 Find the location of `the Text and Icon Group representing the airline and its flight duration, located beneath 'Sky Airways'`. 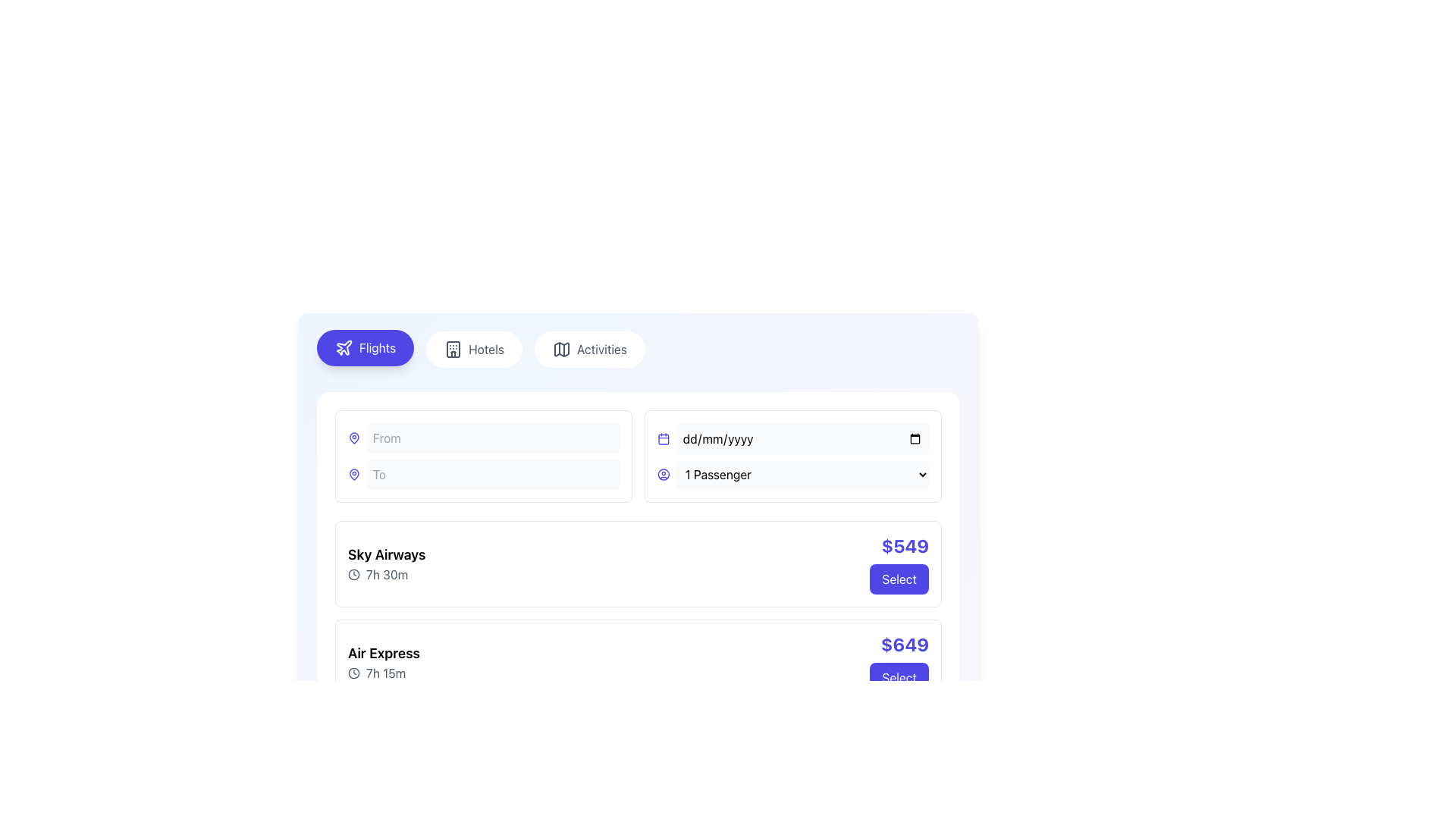

the Text and Icon Group representing the airline and its flight duration, located beneath 'Sky Airways' is located at coordinates (384, 662).